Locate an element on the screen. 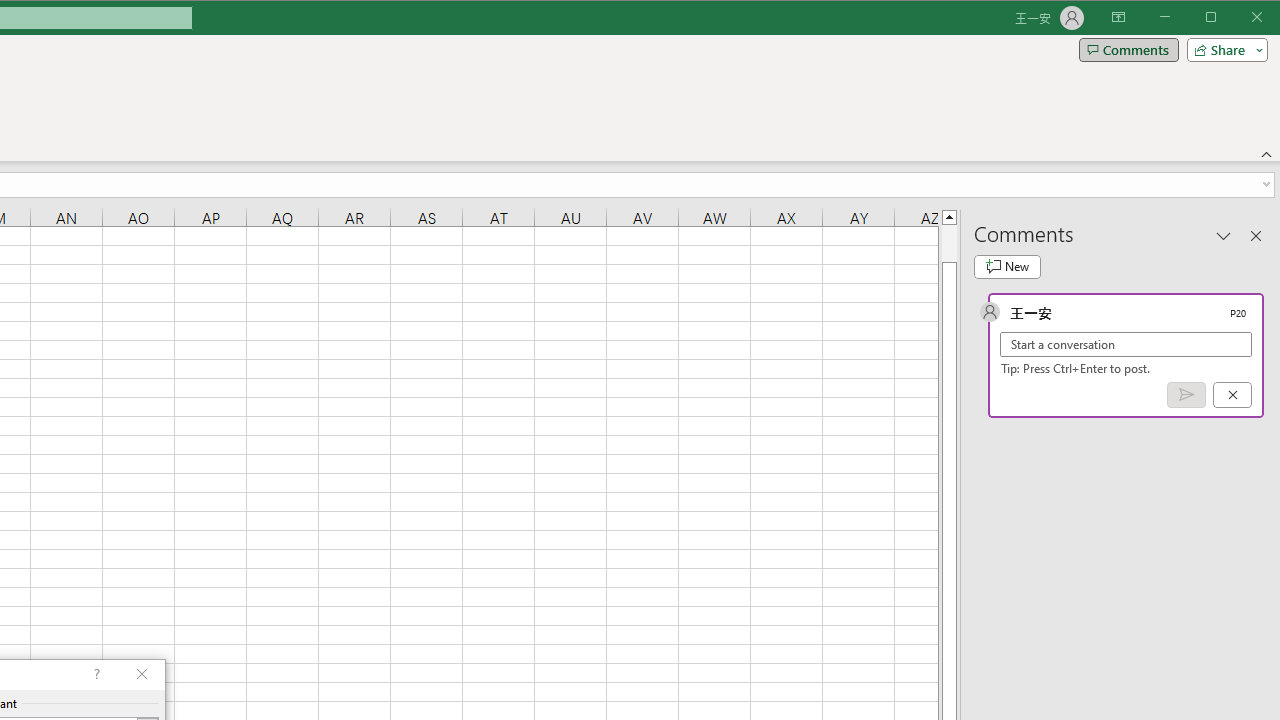 This screenshot has height=720, width=1280. 'New comment' is located at coordinates (1007, 266).